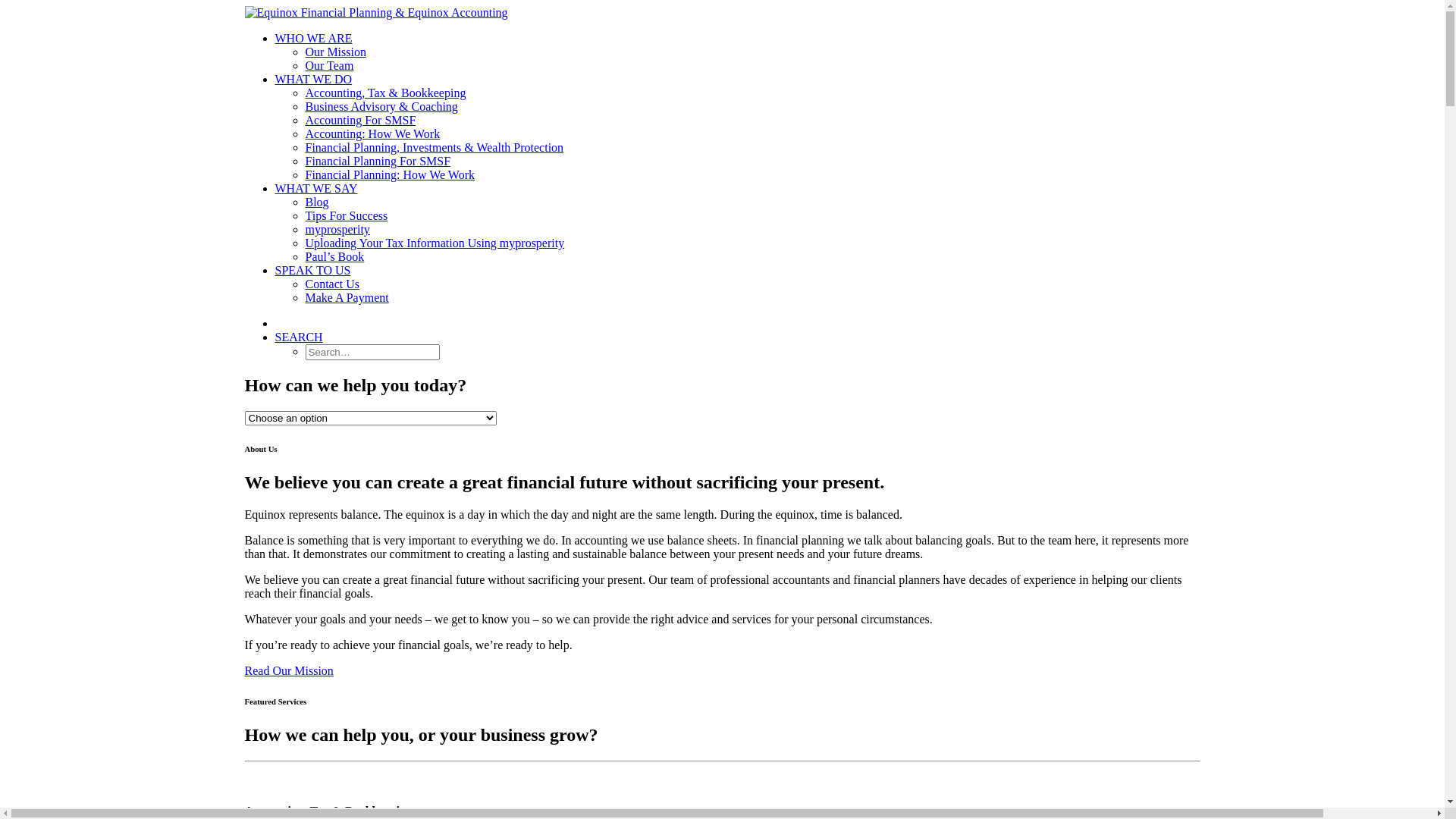 Image resolution: width=1456 pixels, height=819 pixels. Describe the element at coordinates (315, 187) in the screenshot. I see `'WHAT WE SAY'` at that location.